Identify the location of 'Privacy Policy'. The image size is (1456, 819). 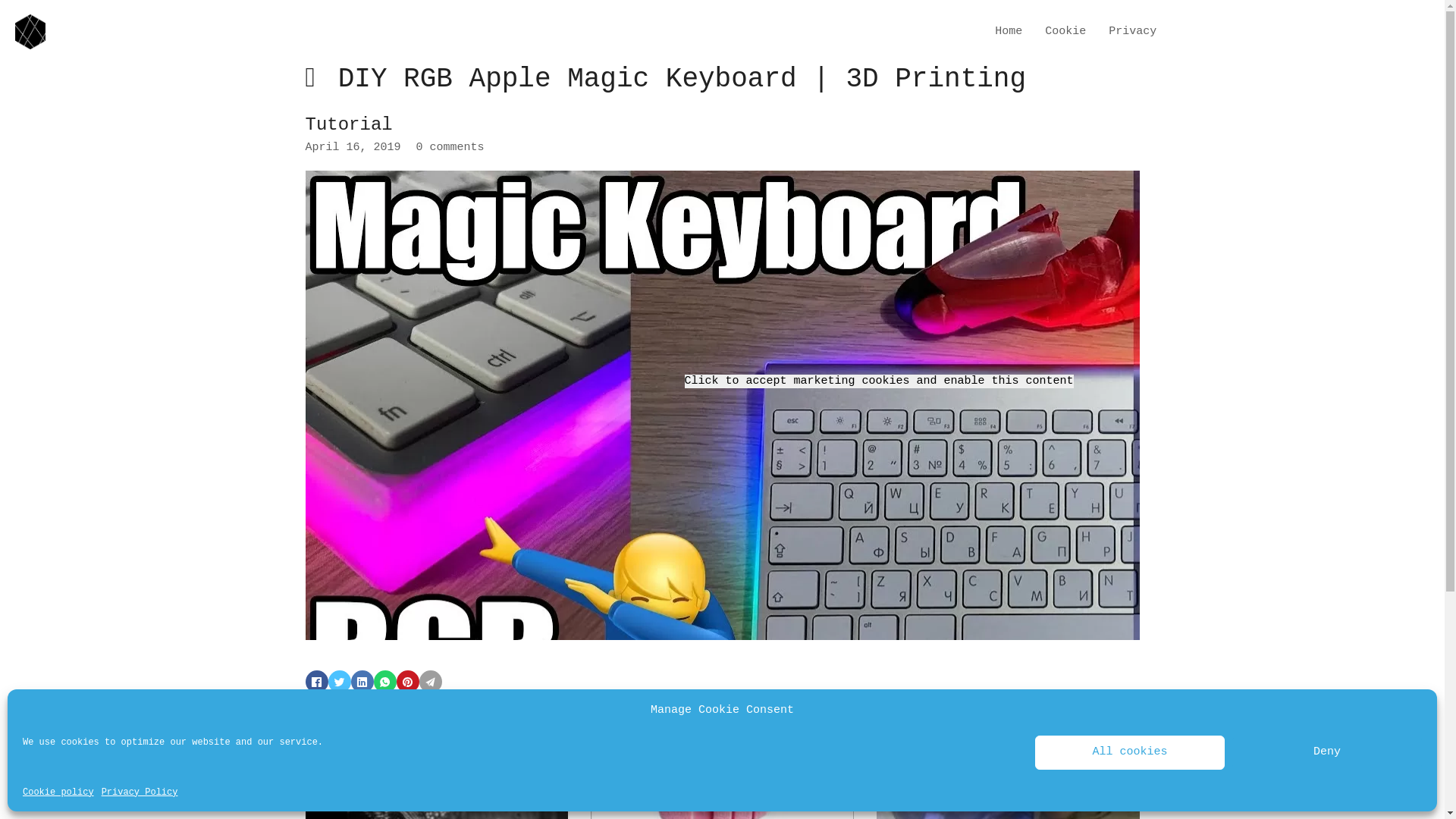
(140, 792).